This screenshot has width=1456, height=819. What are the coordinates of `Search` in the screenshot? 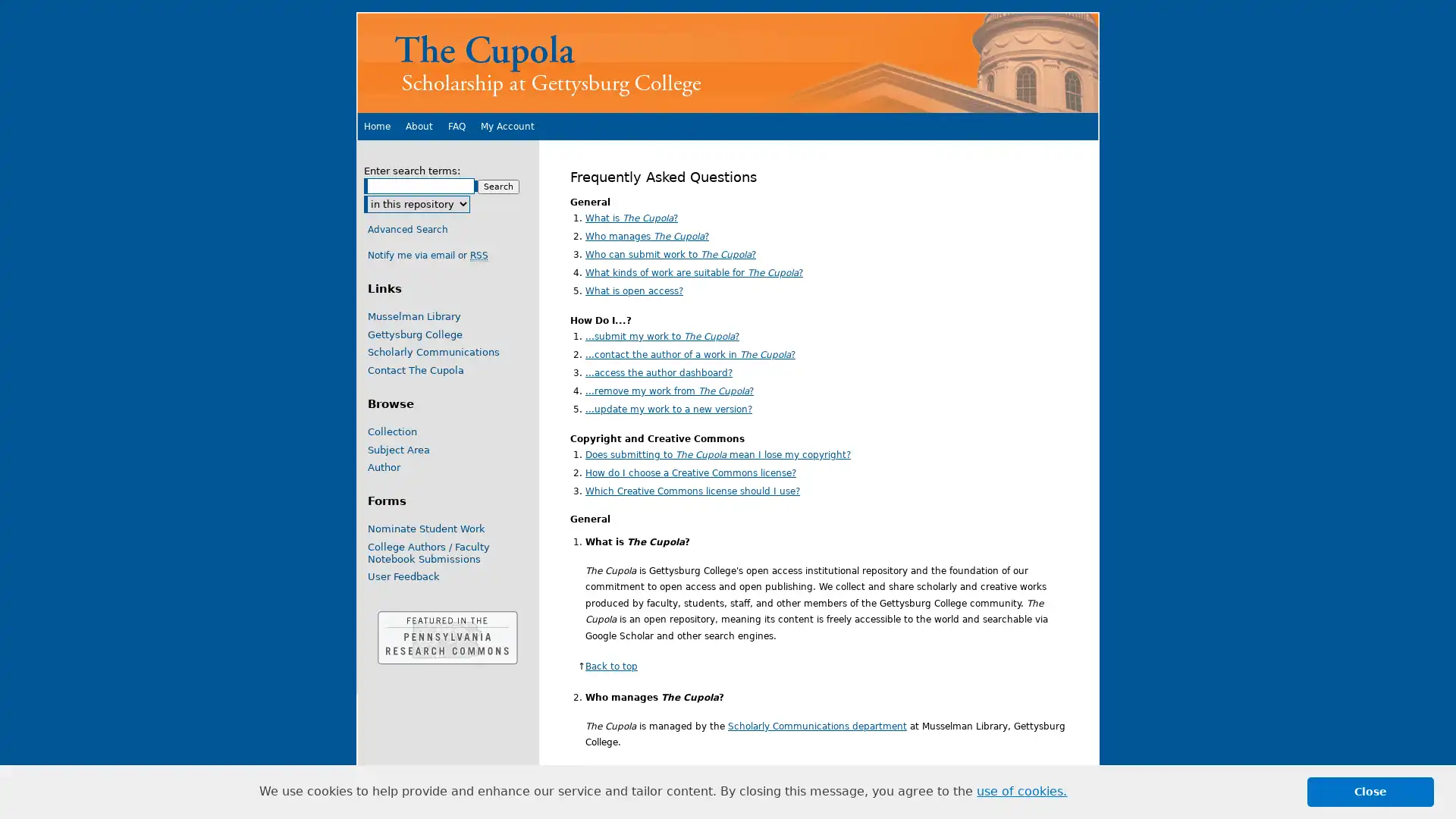 It's located at (498, 186).